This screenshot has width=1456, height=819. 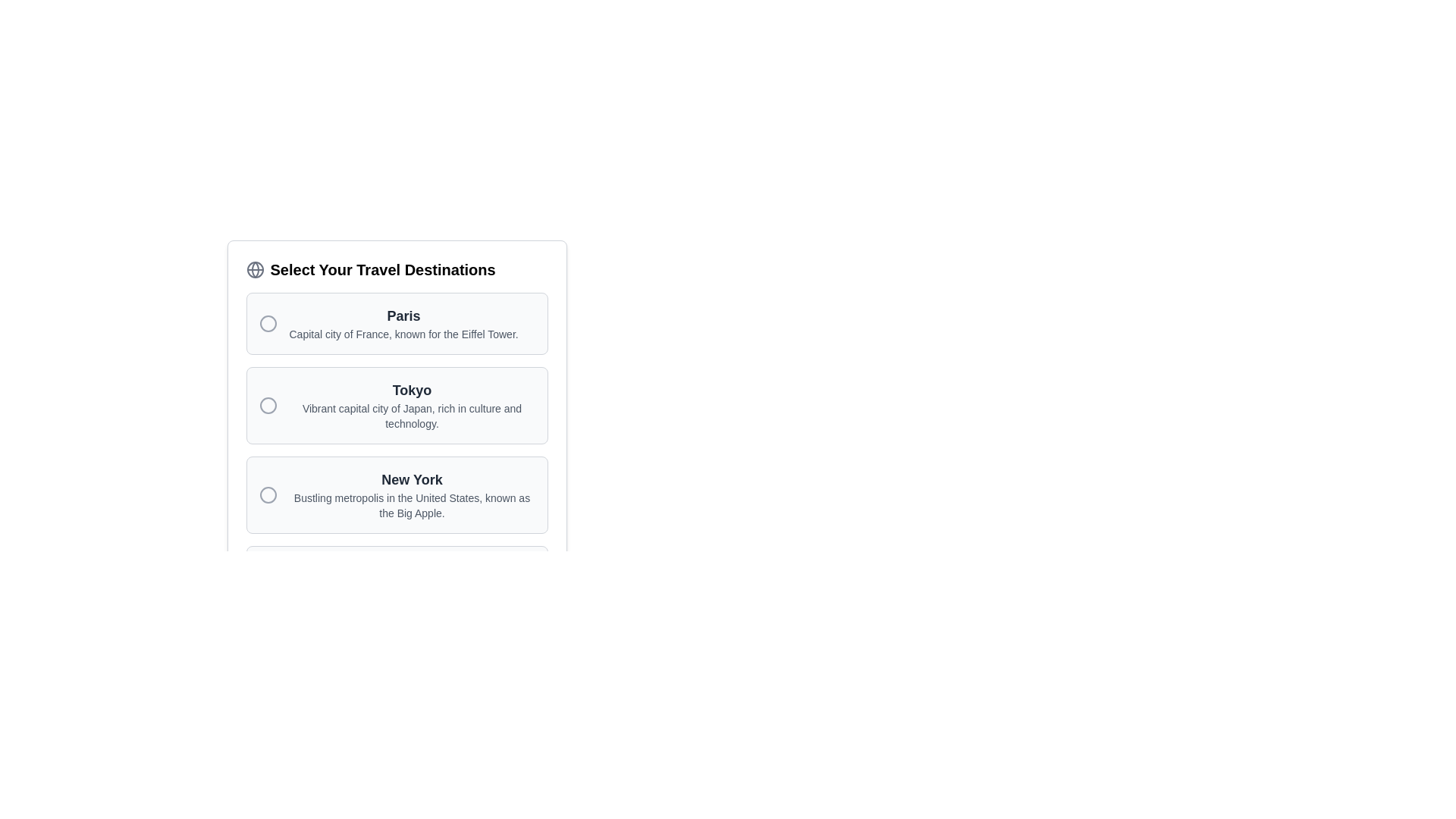 What do you see at coordinates (388, 323) in the screenshot?
I see `the text item displaying 'Paris'` at bounding box center [388, 323].